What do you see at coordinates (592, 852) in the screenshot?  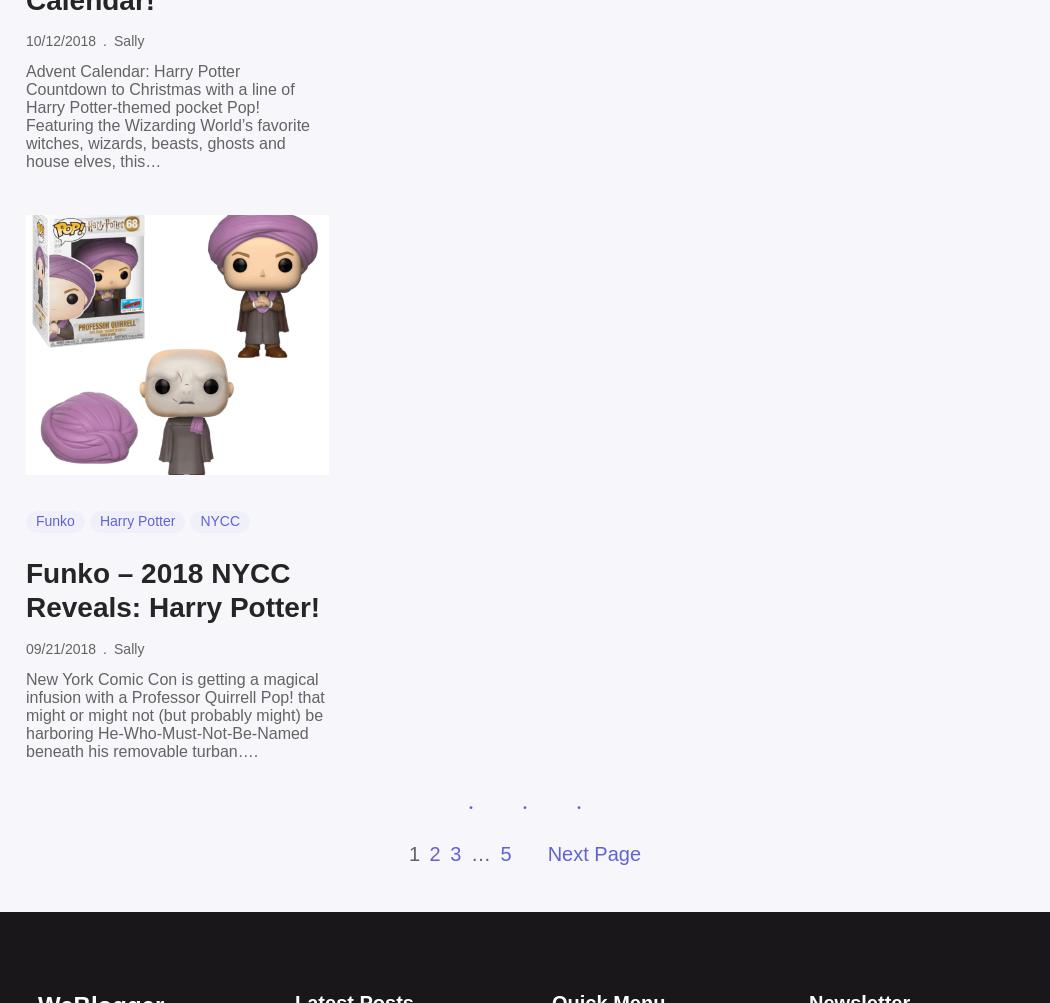 I see `'Next Page'` at bounding box center [592, 852].